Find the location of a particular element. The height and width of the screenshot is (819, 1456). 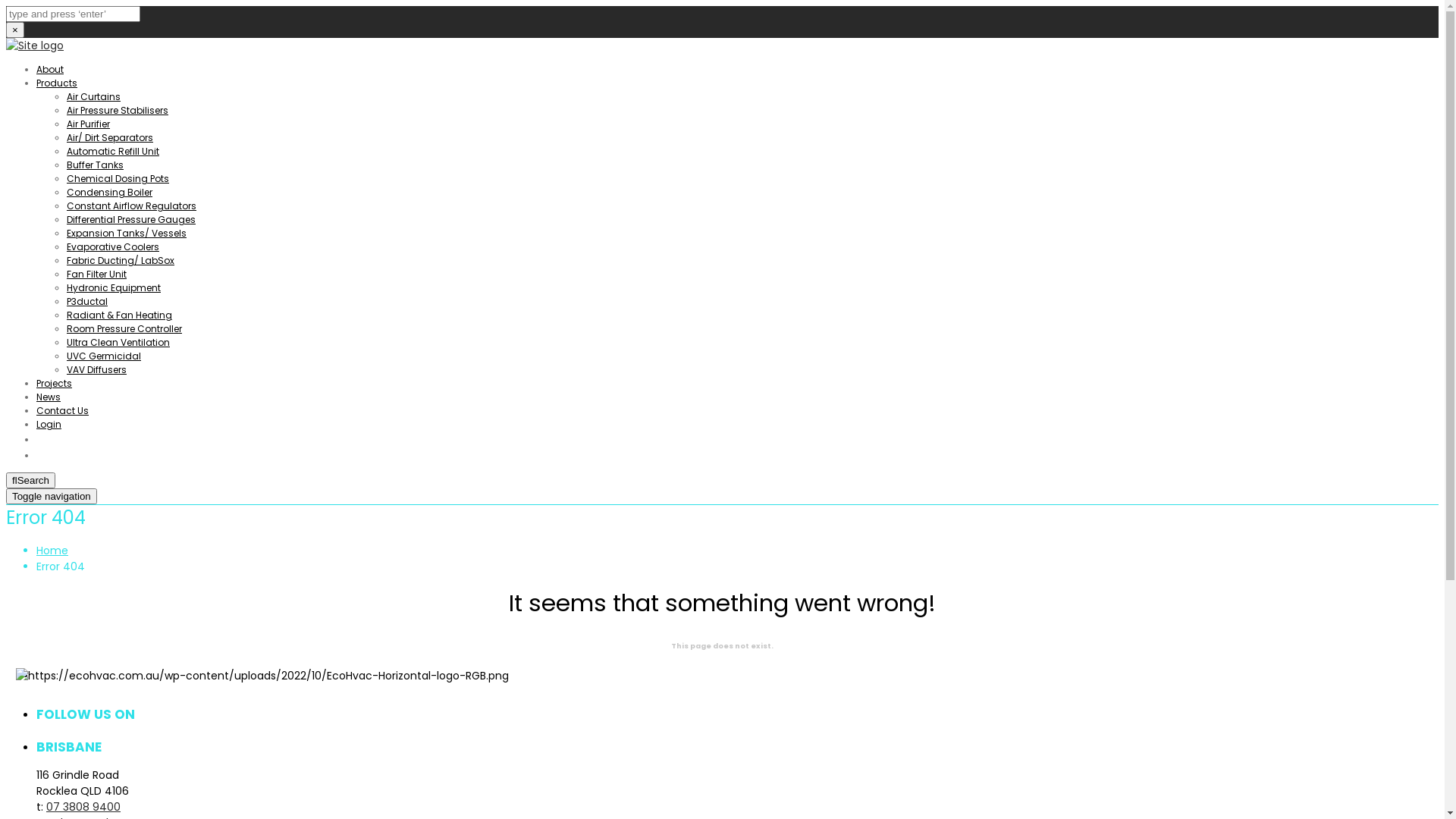

'P3ductal' is located at coordinates (65, 301).